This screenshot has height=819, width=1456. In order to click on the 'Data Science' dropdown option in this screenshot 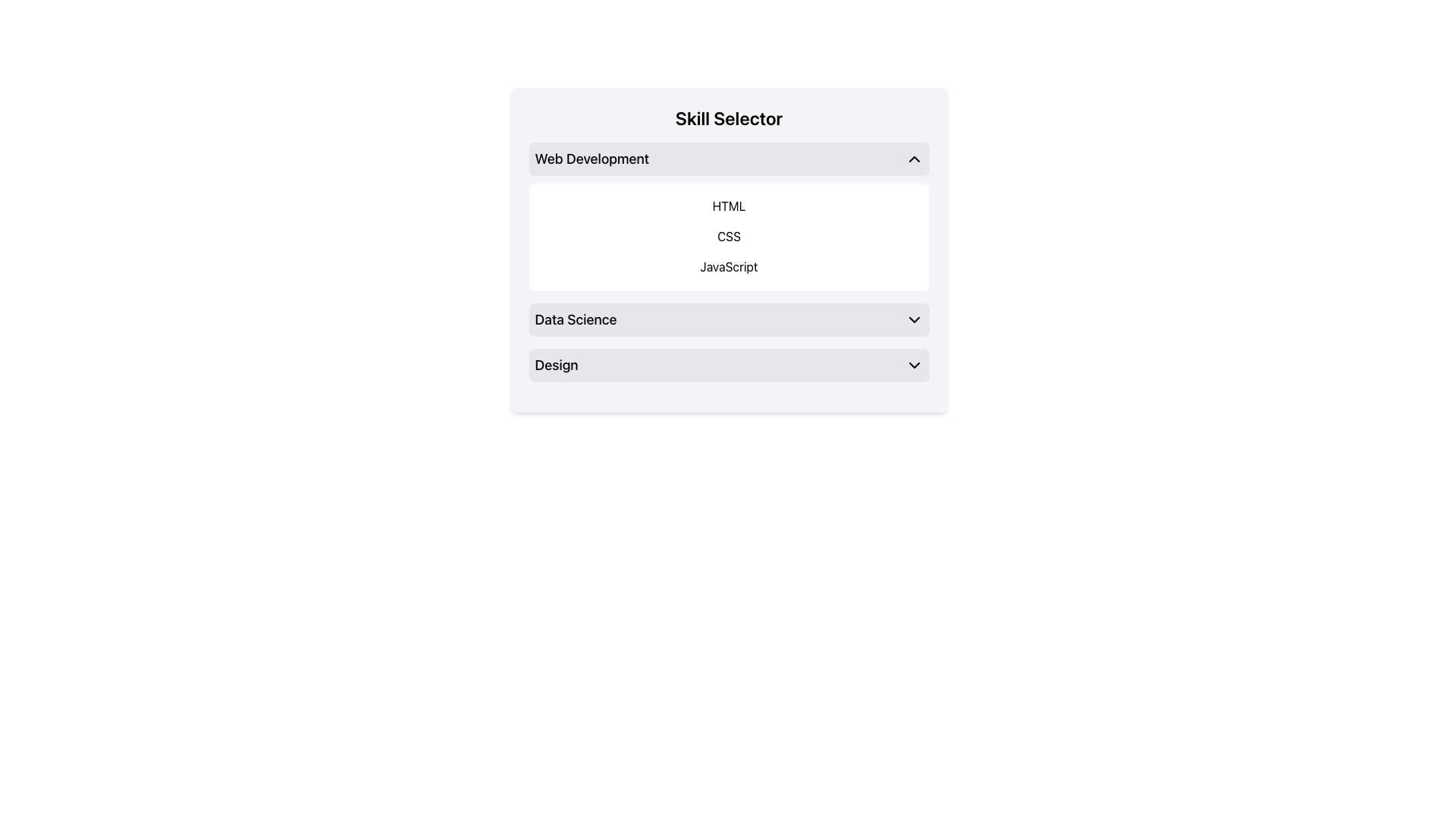, I will do `click(729, 318)`.